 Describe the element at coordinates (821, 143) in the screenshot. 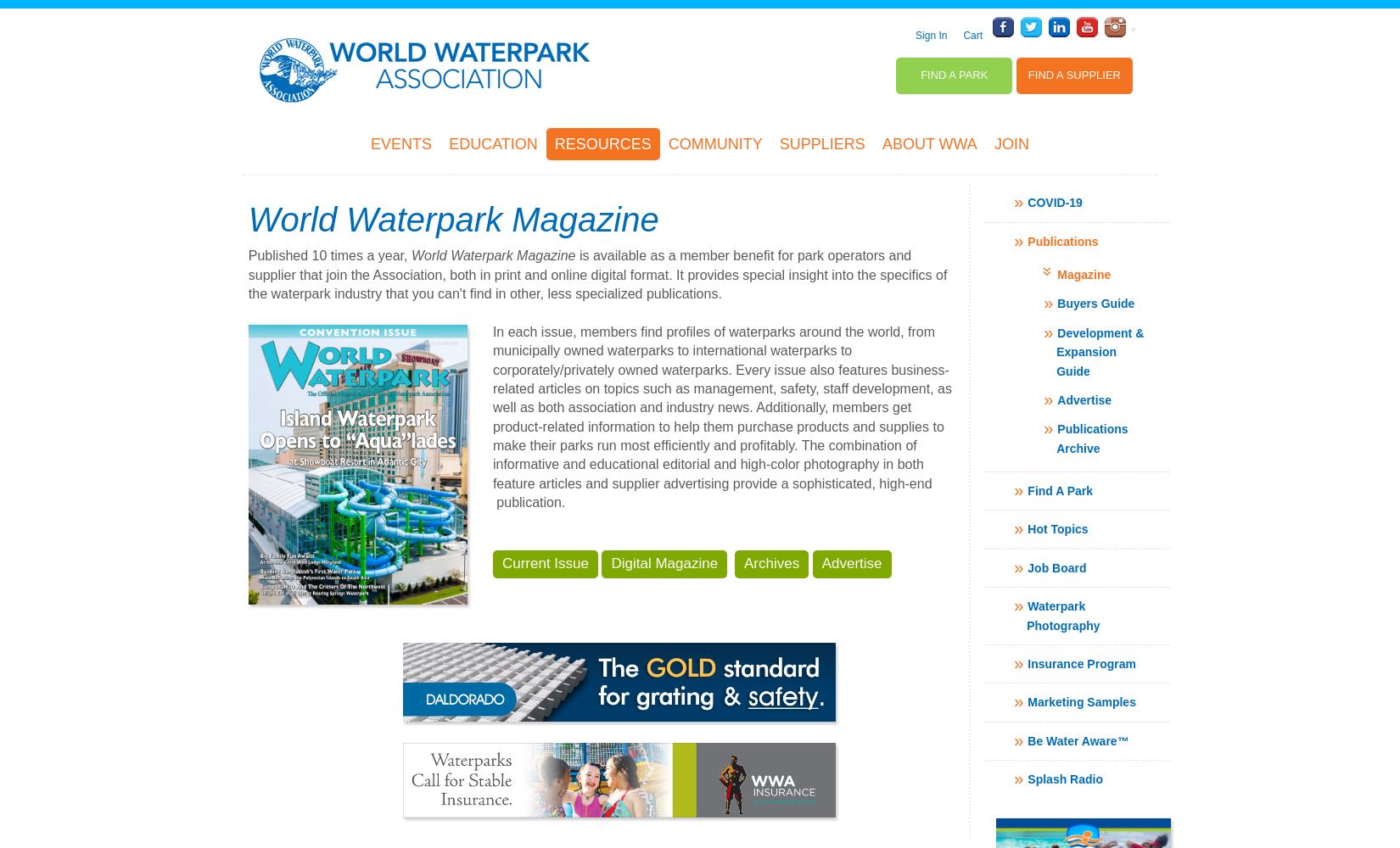

I see `'Suppliers'` at that location.